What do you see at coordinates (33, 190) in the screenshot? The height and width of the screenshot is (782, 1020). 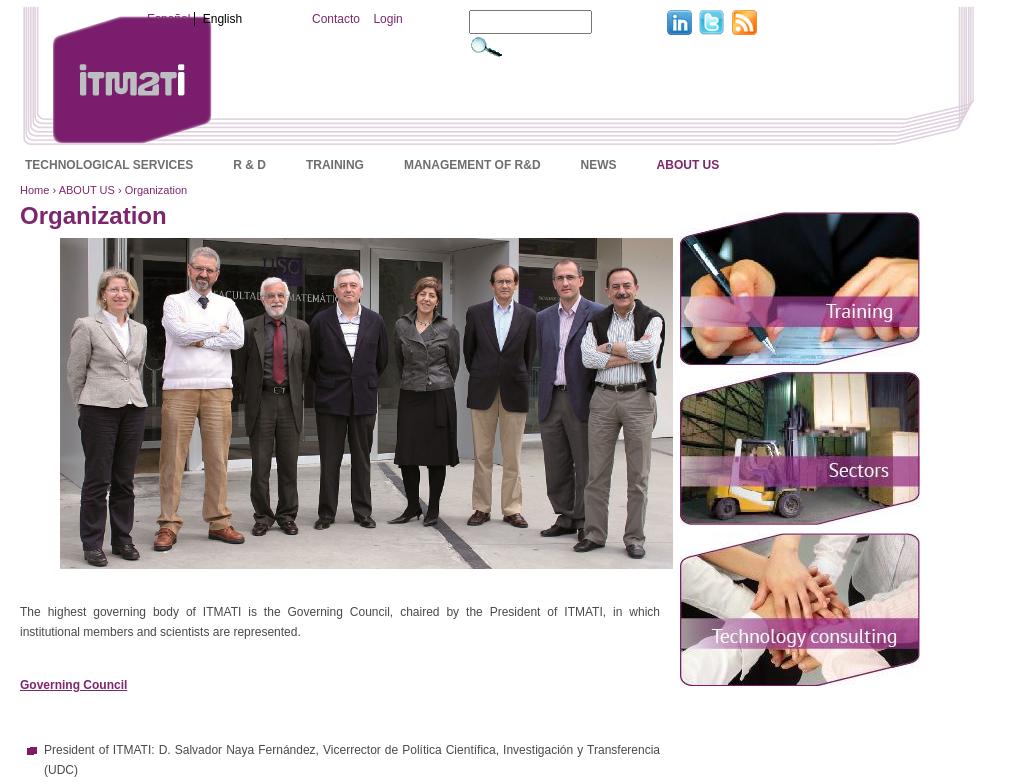 I see `'Home'` at bounding box center [33, 190].